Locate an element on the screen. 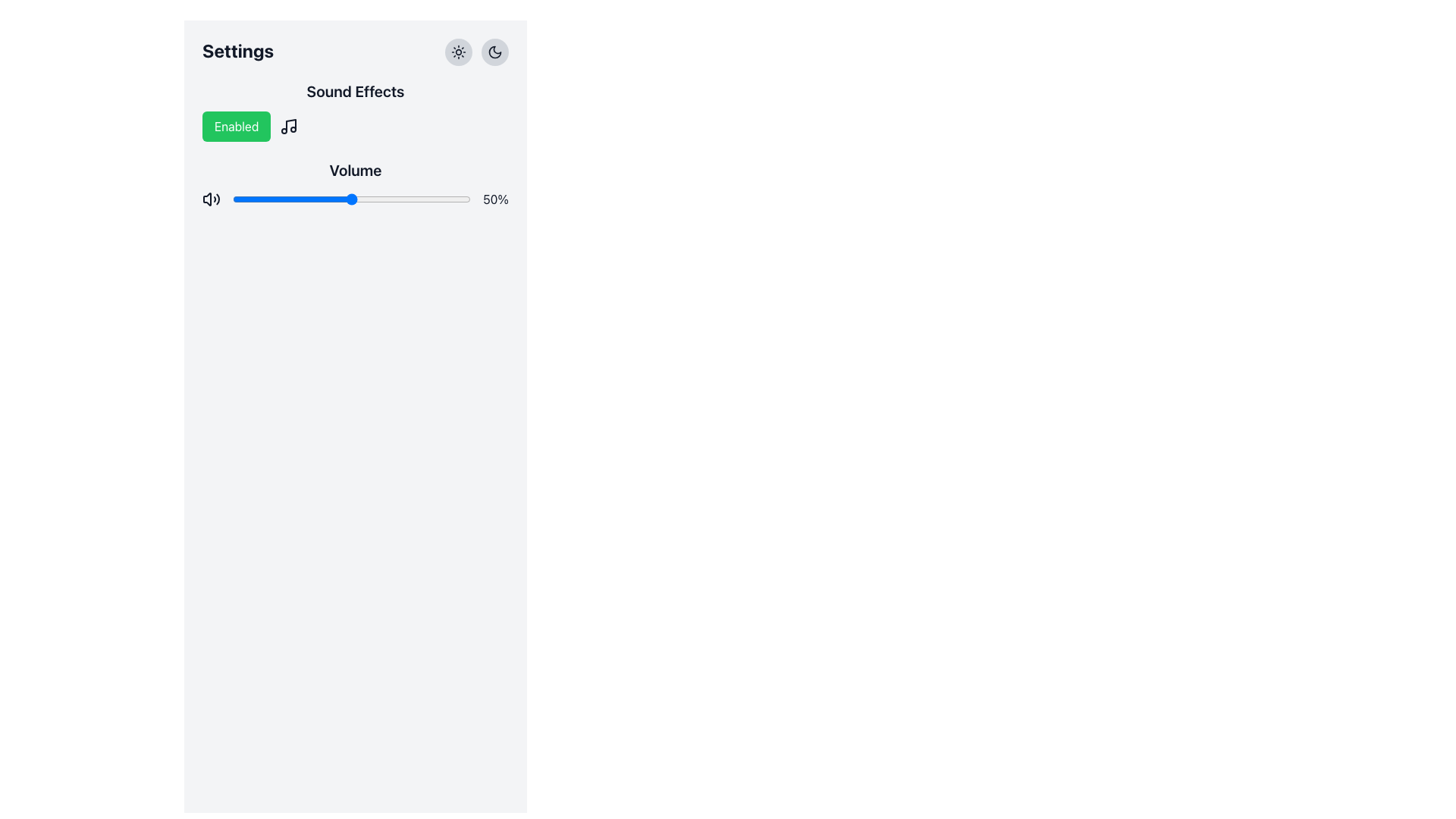 The width and height of the screenshot is (1456, 819). the slider is located at coordinates (401, 198).